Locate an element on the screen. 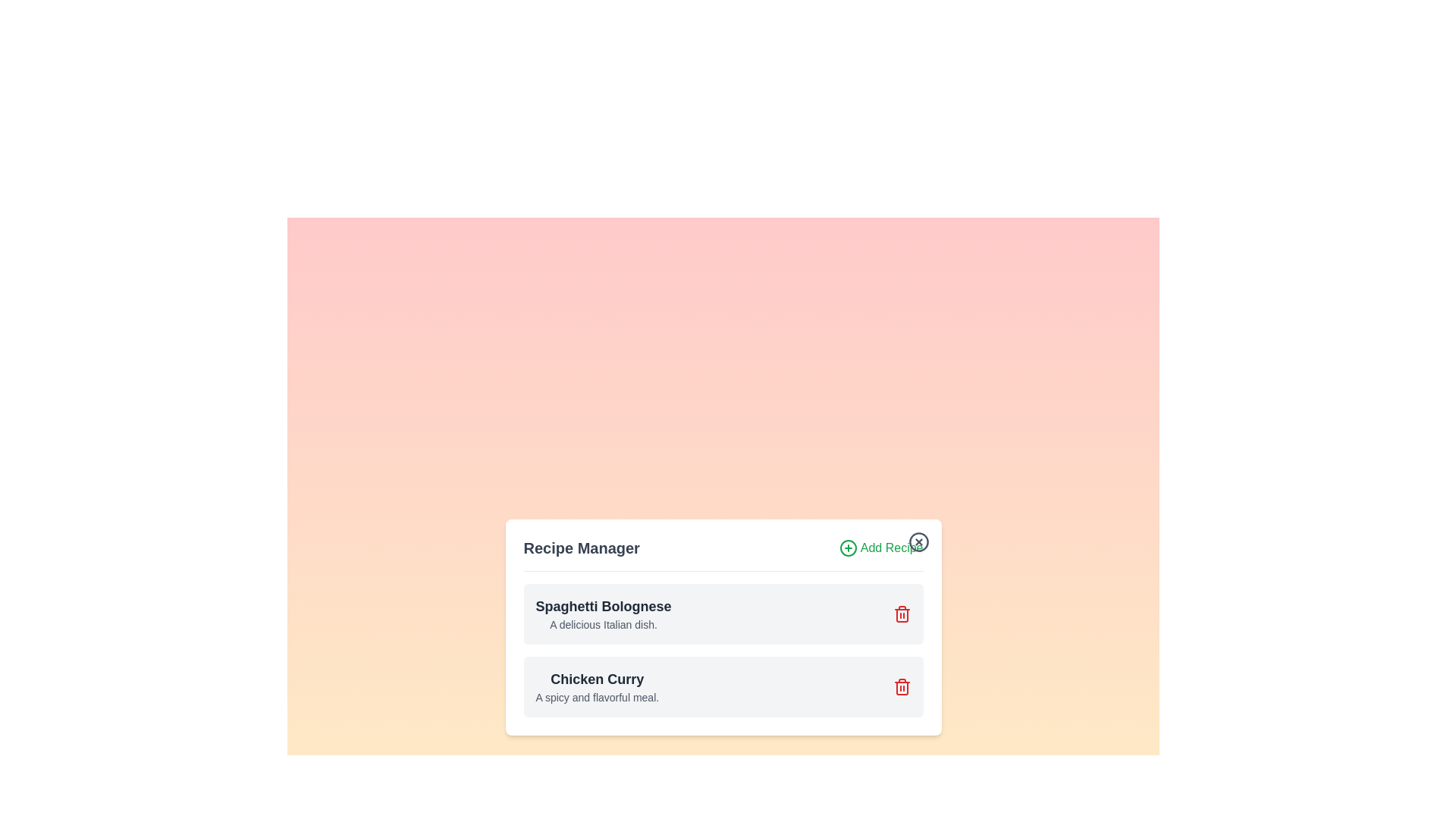  the circular icon with a plus symbol that has a green stroke, located to the left of the 'Add Recipe' text is located at coordinates (847, 548).